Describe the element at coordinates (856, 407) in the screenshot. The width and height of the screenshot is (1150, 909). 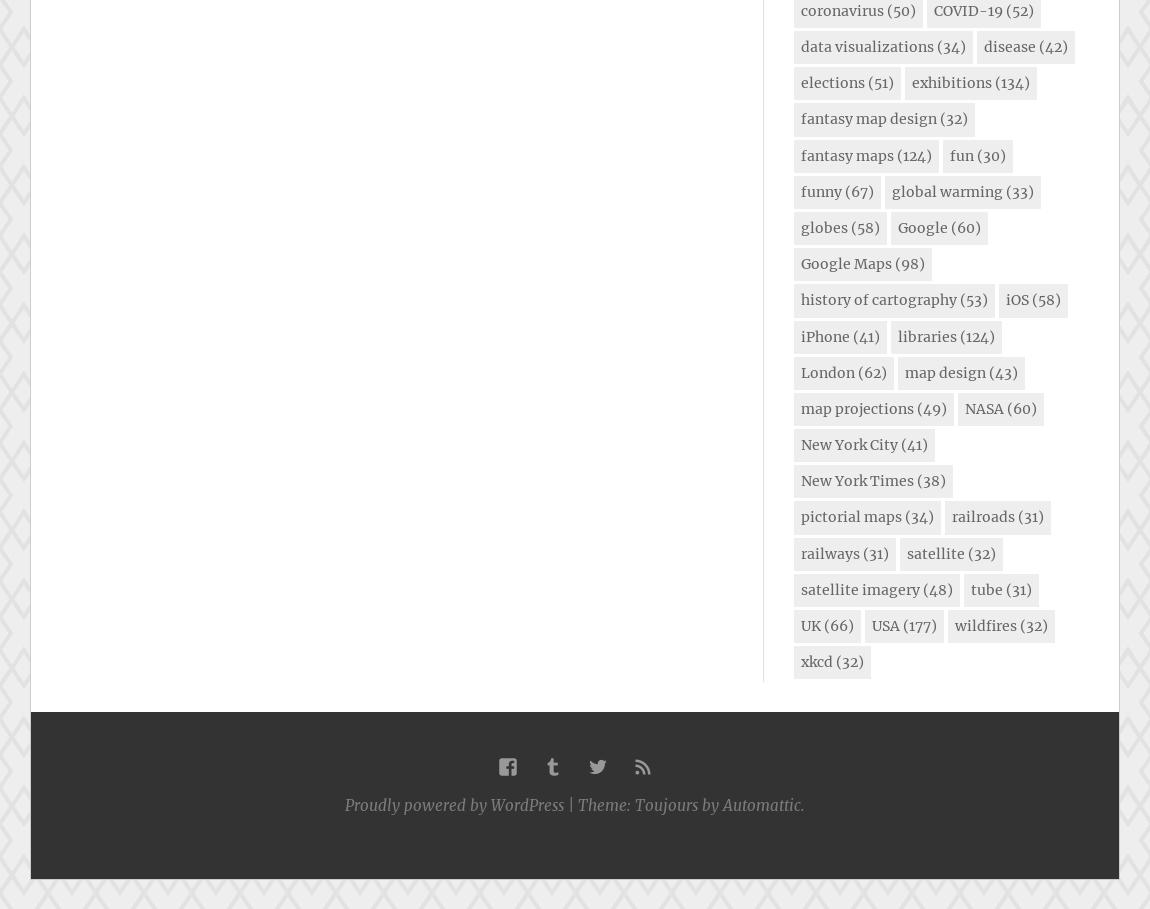
I see `'map projections'` at that location.